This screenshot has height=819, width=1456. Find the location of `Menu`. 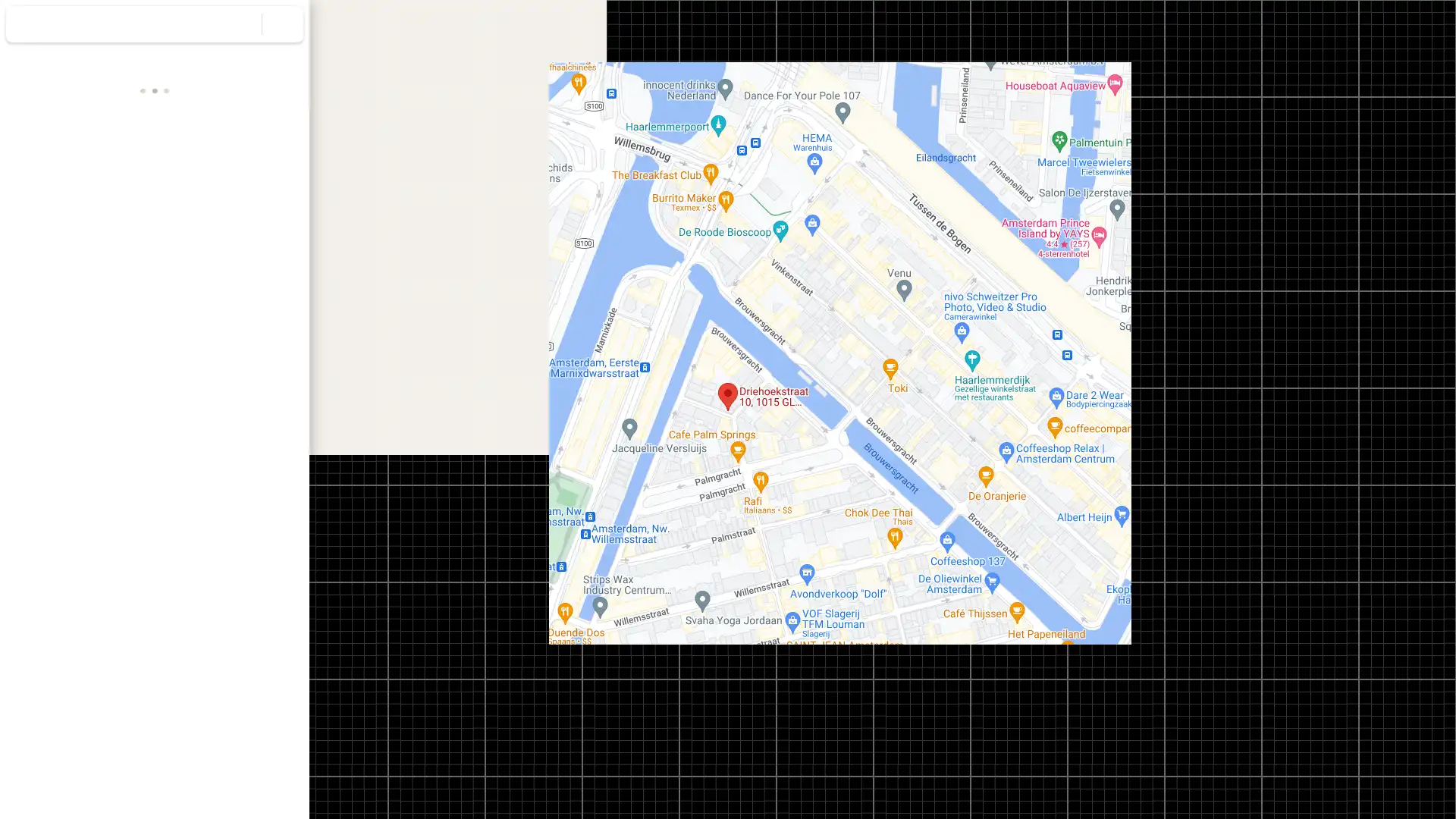

Menu is located at coordinates (27, 26).